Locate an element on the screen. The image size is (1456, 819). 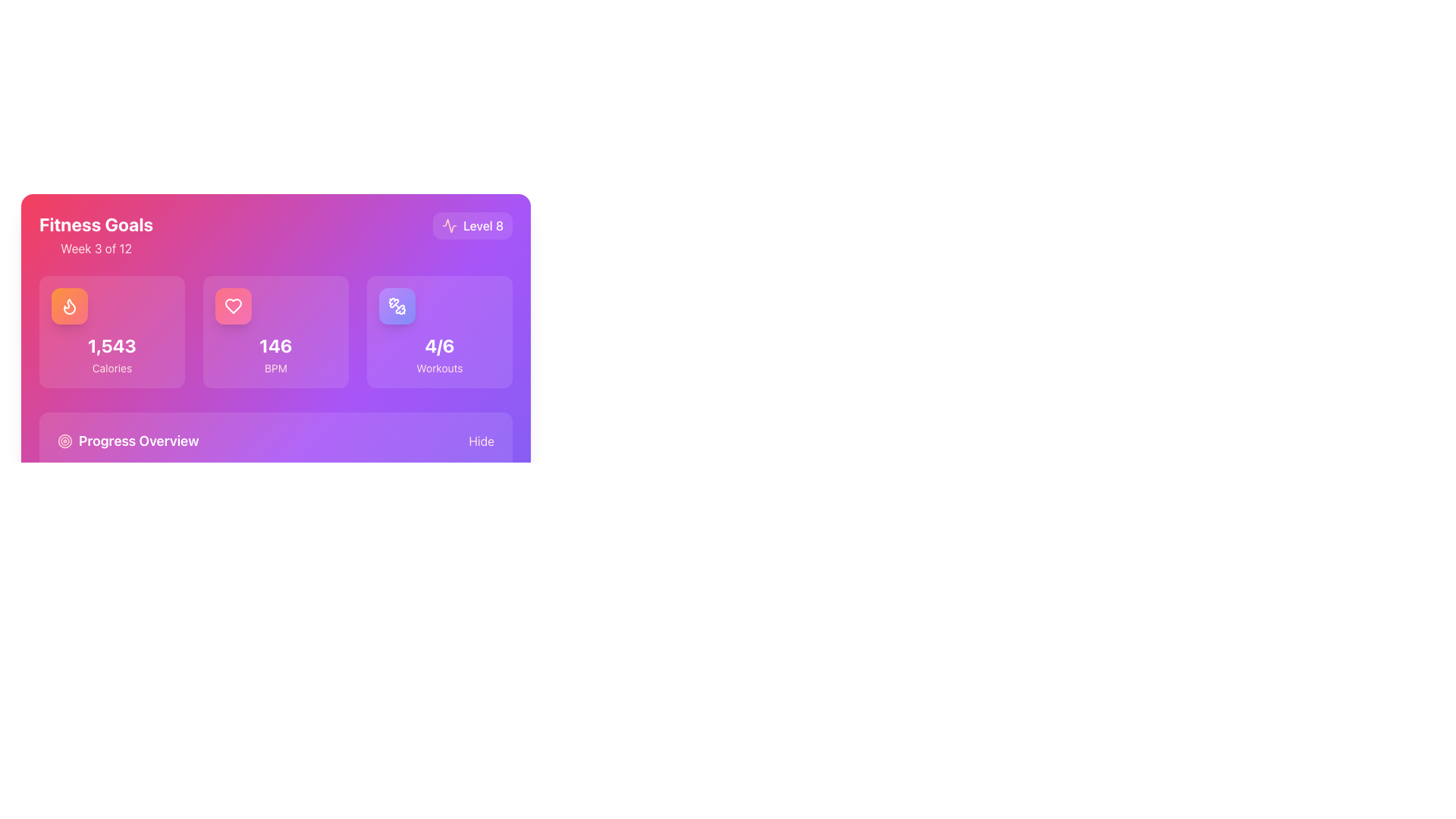
the stylized dumbbell icon representing the 'Workouts' statistic in the top-right section of the fitness tracking interface is located at coordinates (397, 306).